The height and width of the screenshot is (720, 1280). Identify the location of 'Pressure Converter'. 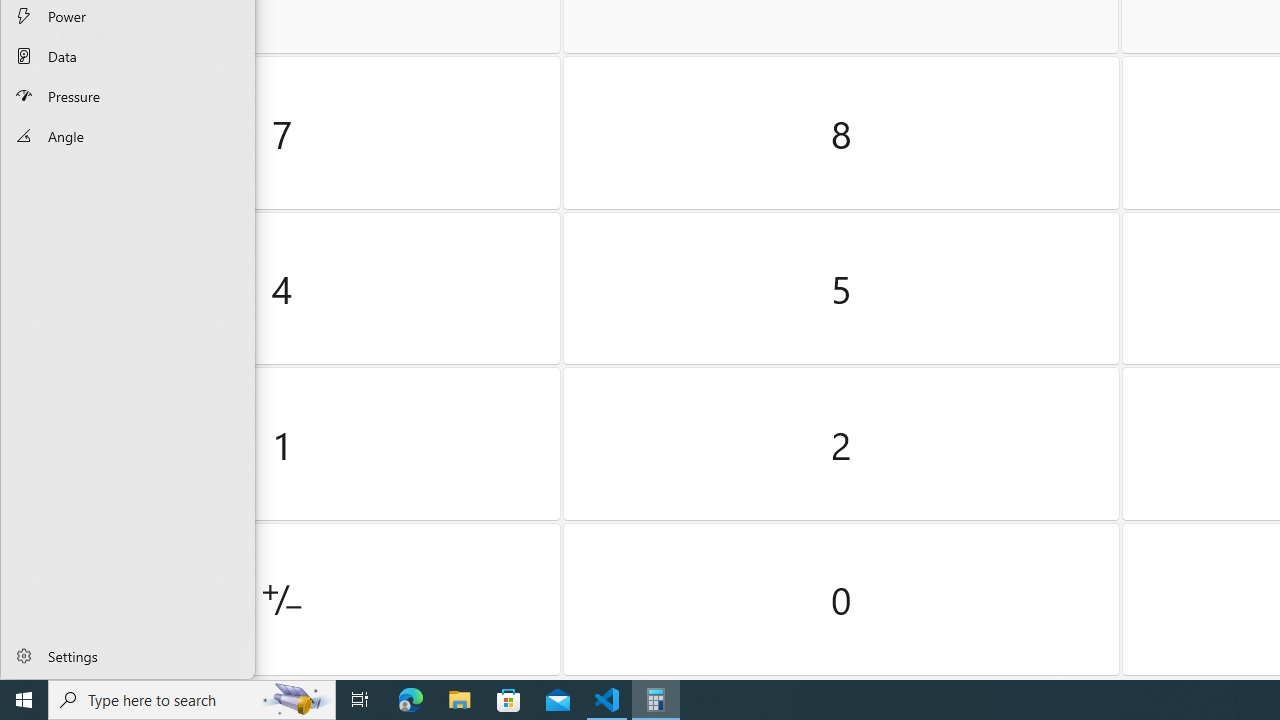
(127, 95).